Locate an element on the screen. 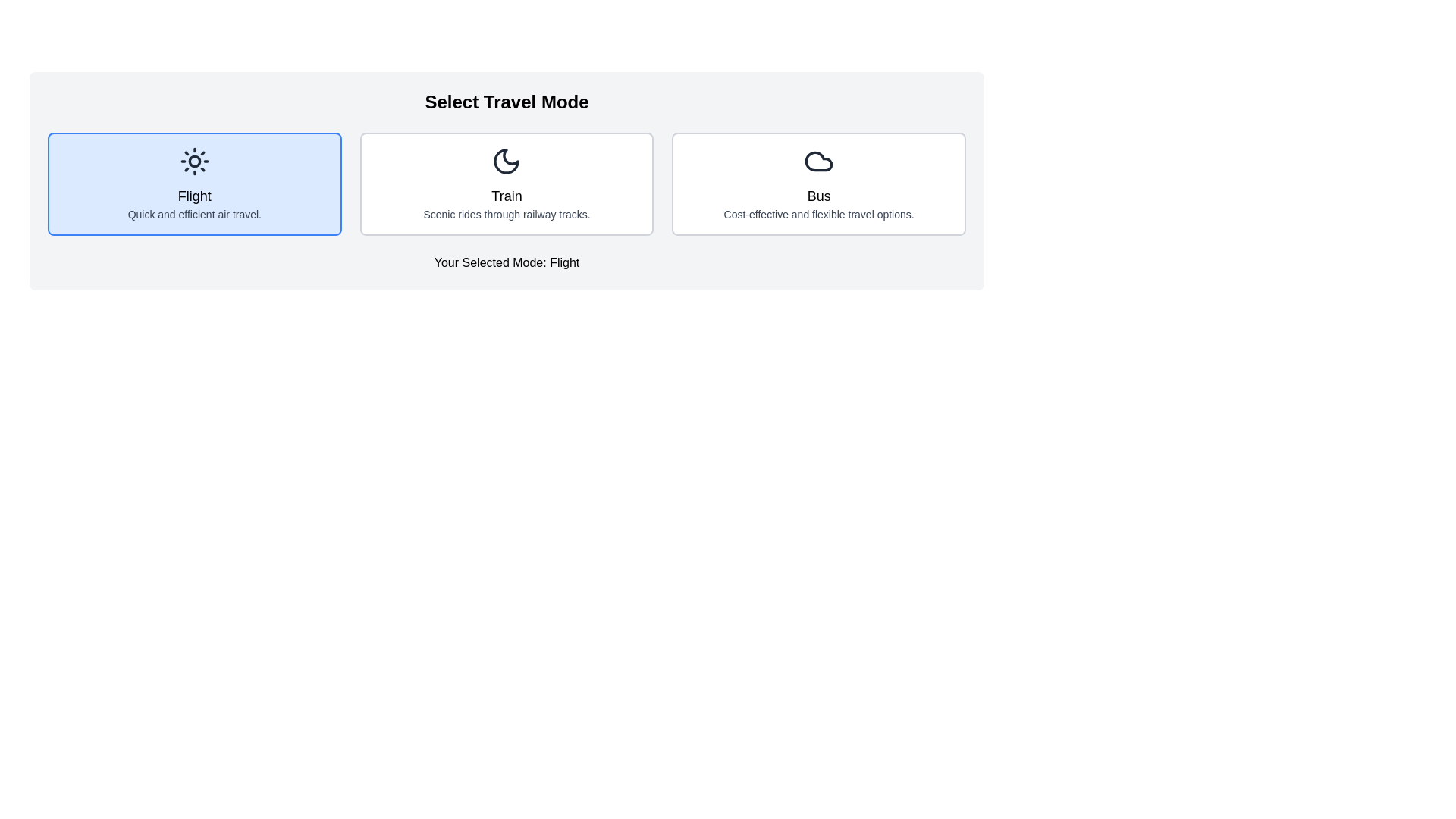  the text element displaying 'Scenic rides through railway tracks.' which is styled in gray and located below the 'Train' label in the travel mode selection row is located at coordinates (507, 214).